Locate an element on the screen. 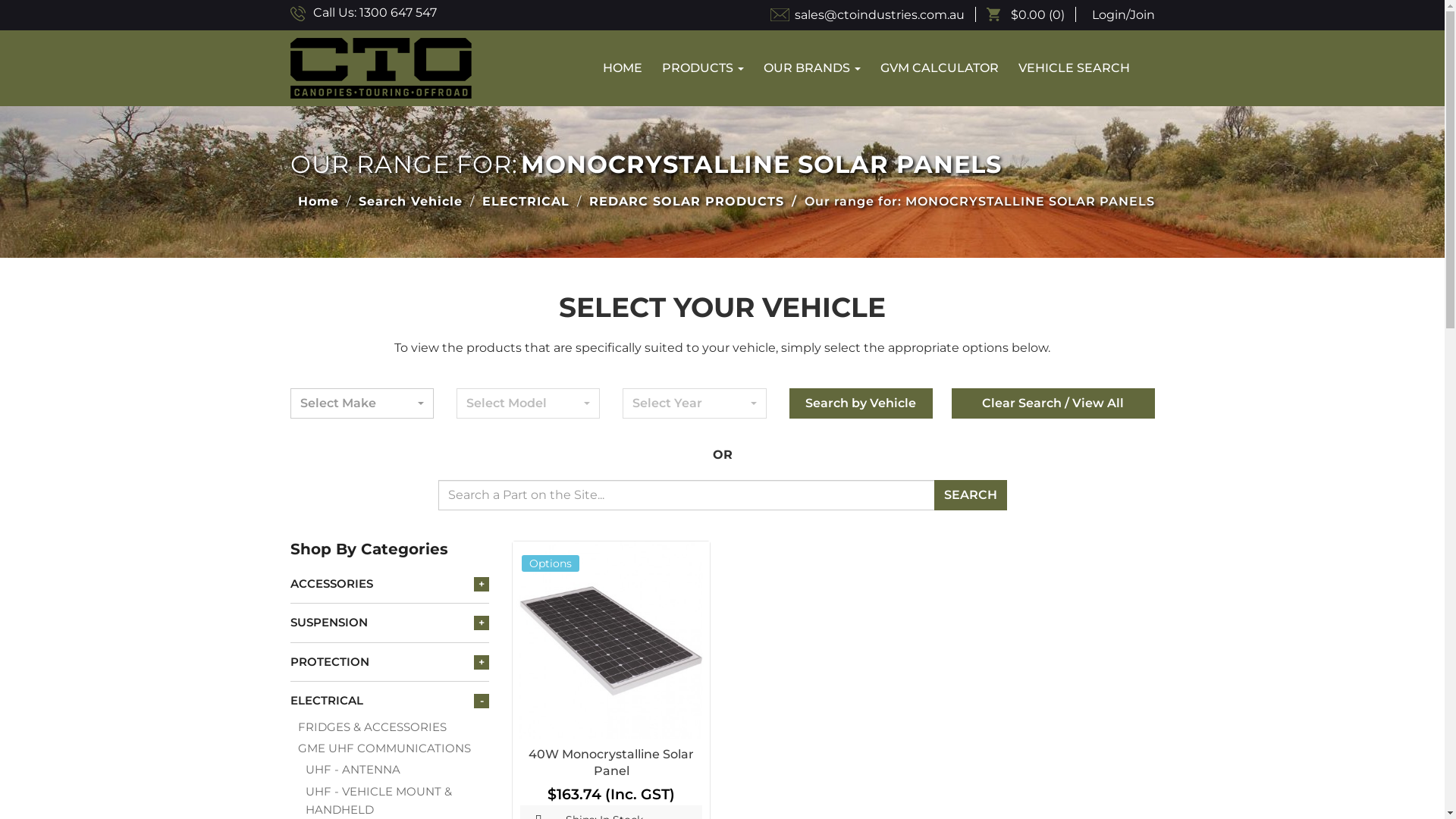  'VEHICLE SEARCH' is located at coordinates (1073, 67).